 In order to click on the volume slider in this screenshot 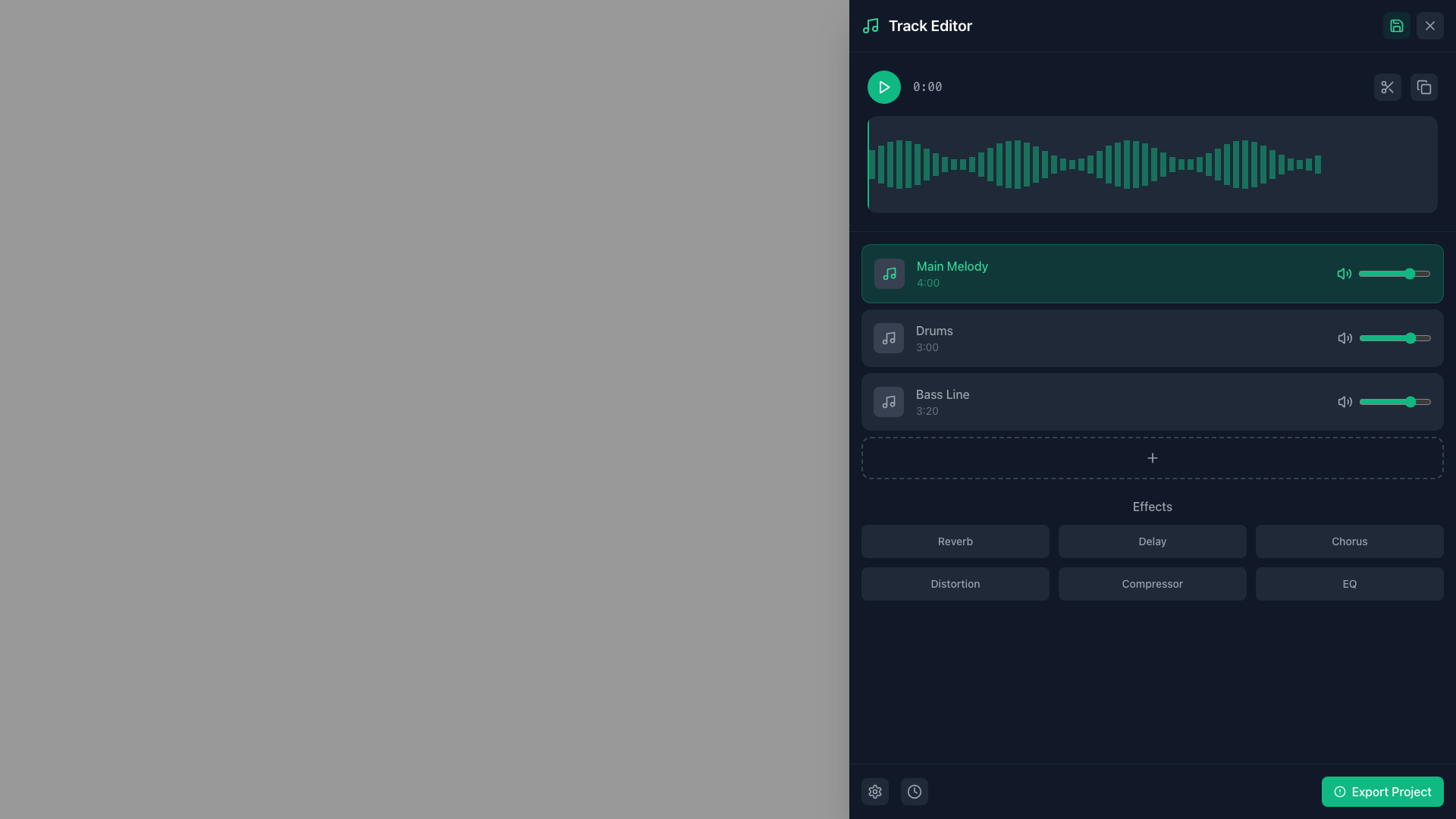, I will do `click(1420, 337)`.